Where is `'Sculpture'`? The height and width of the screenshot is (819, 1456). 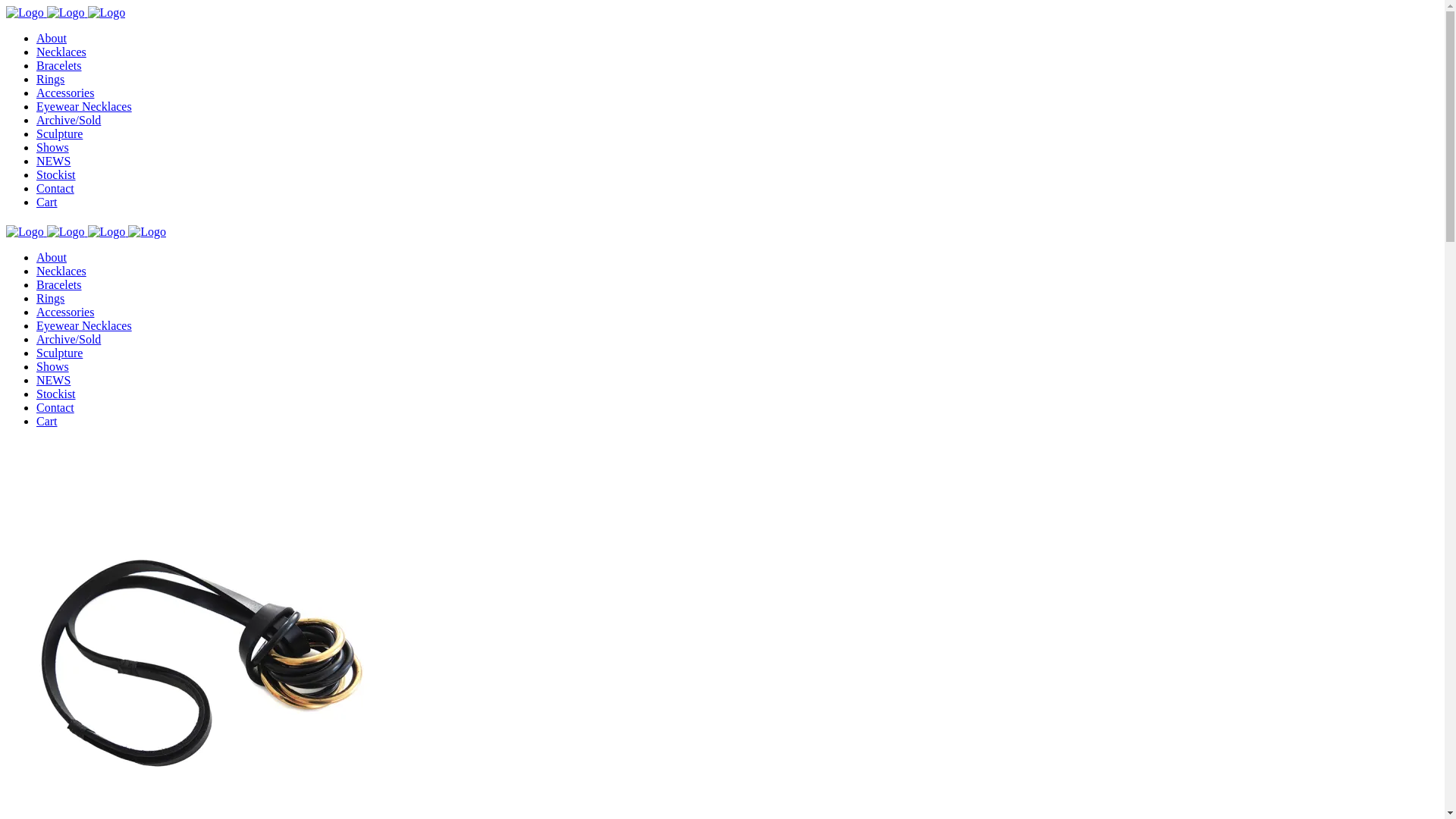
'Sculpture' is located at coordinates (59, 133).